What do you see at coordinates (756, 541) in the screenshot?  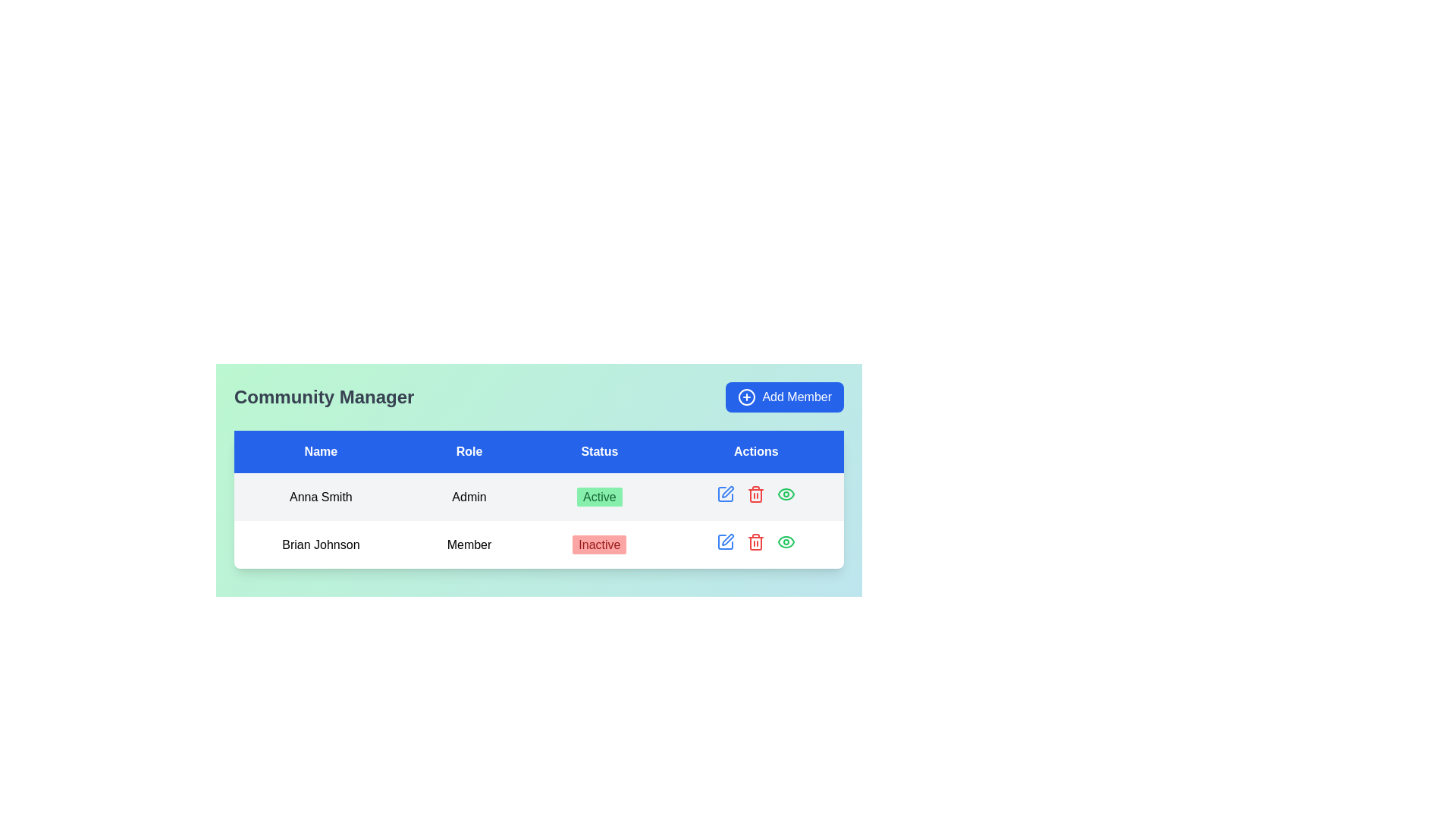 I see `the delete button located in the Actions column of the table for the entry 'Brian Johnson' to initiate deletion` at bounding box center [756, 541].